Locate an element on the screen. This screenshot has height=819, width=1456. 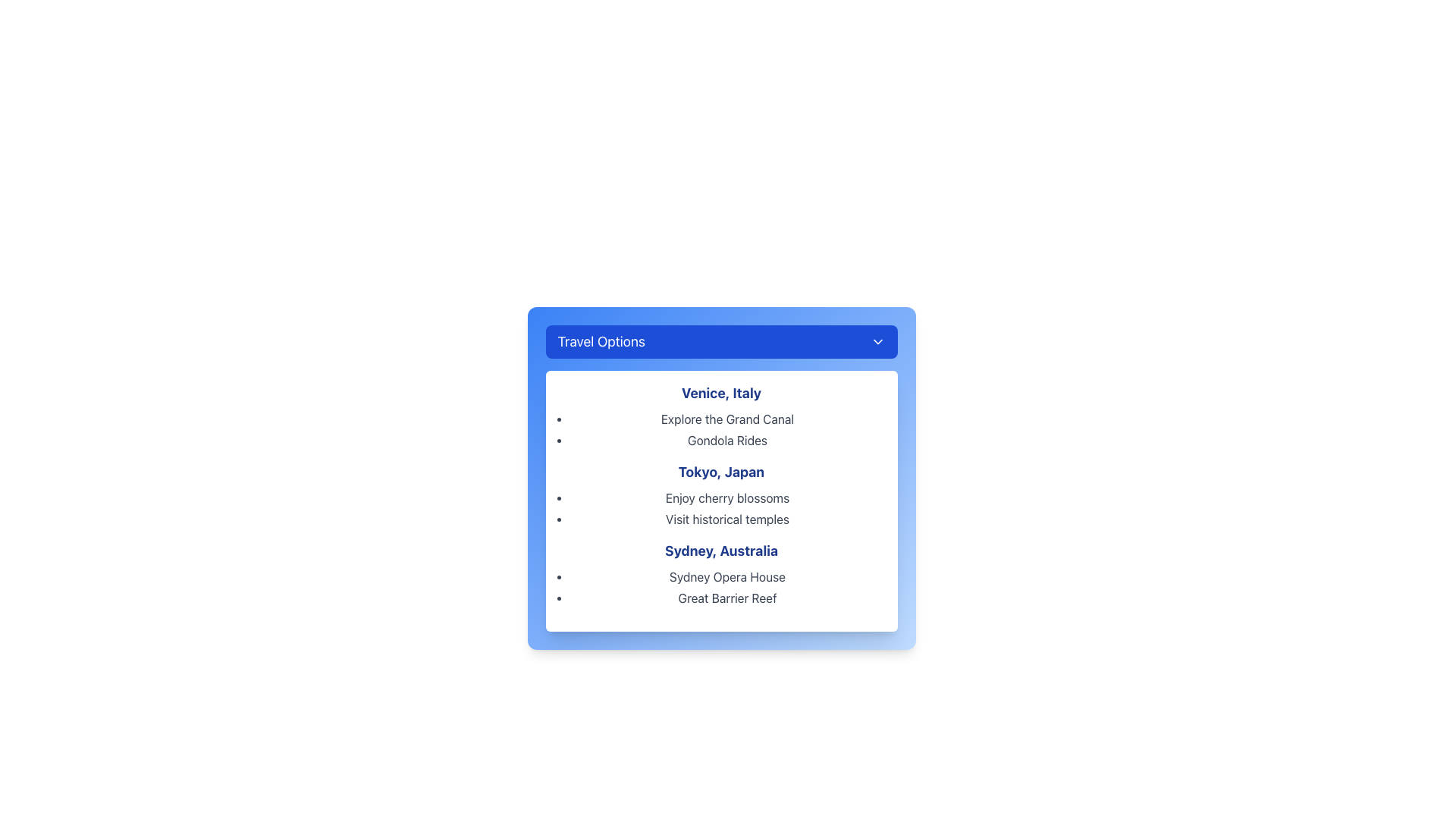
the informational text item representing an activity or attraction related to Venice, Italy, which is the first bullet point under the subheading 'Venice, Italy' in the 'Travel Options' panel is located at coordinates (726, 419).